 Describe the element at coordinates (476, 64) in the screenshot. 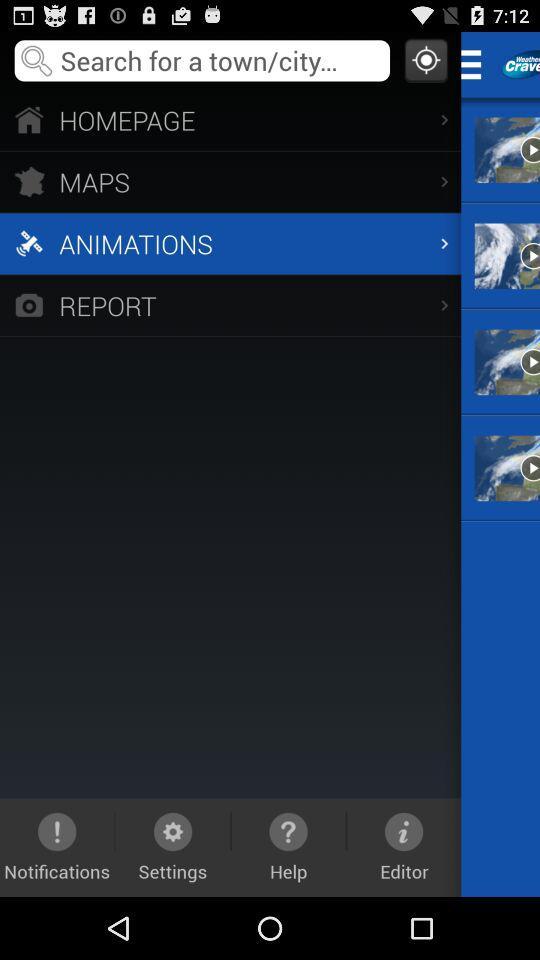

I see `app to the right of homepage item` at that location.